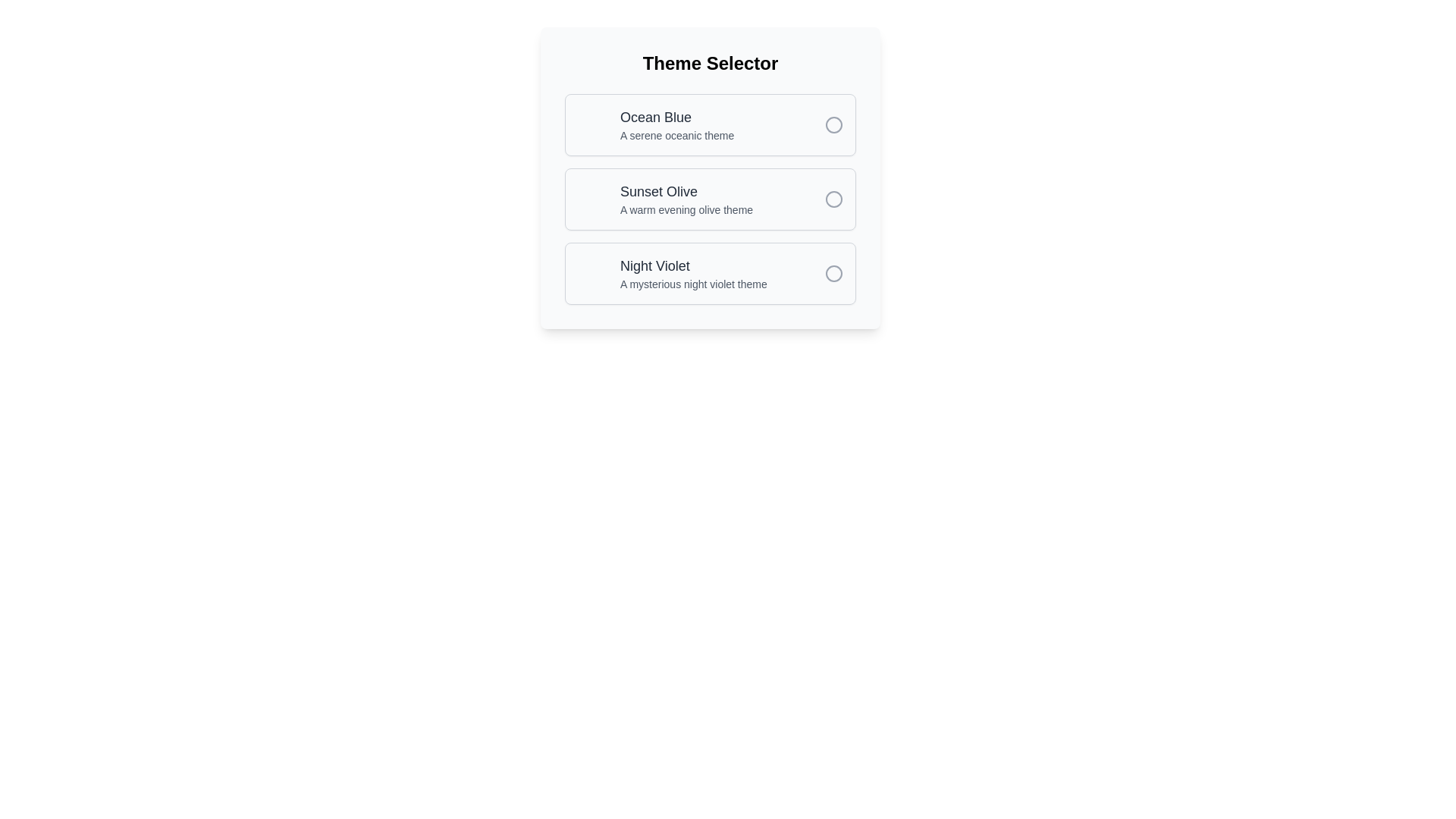  I want to click on header text 'Theme Selector' which is a bold title aligned in the center of the interface, positioned above the theme option cards, so click(709, 63).